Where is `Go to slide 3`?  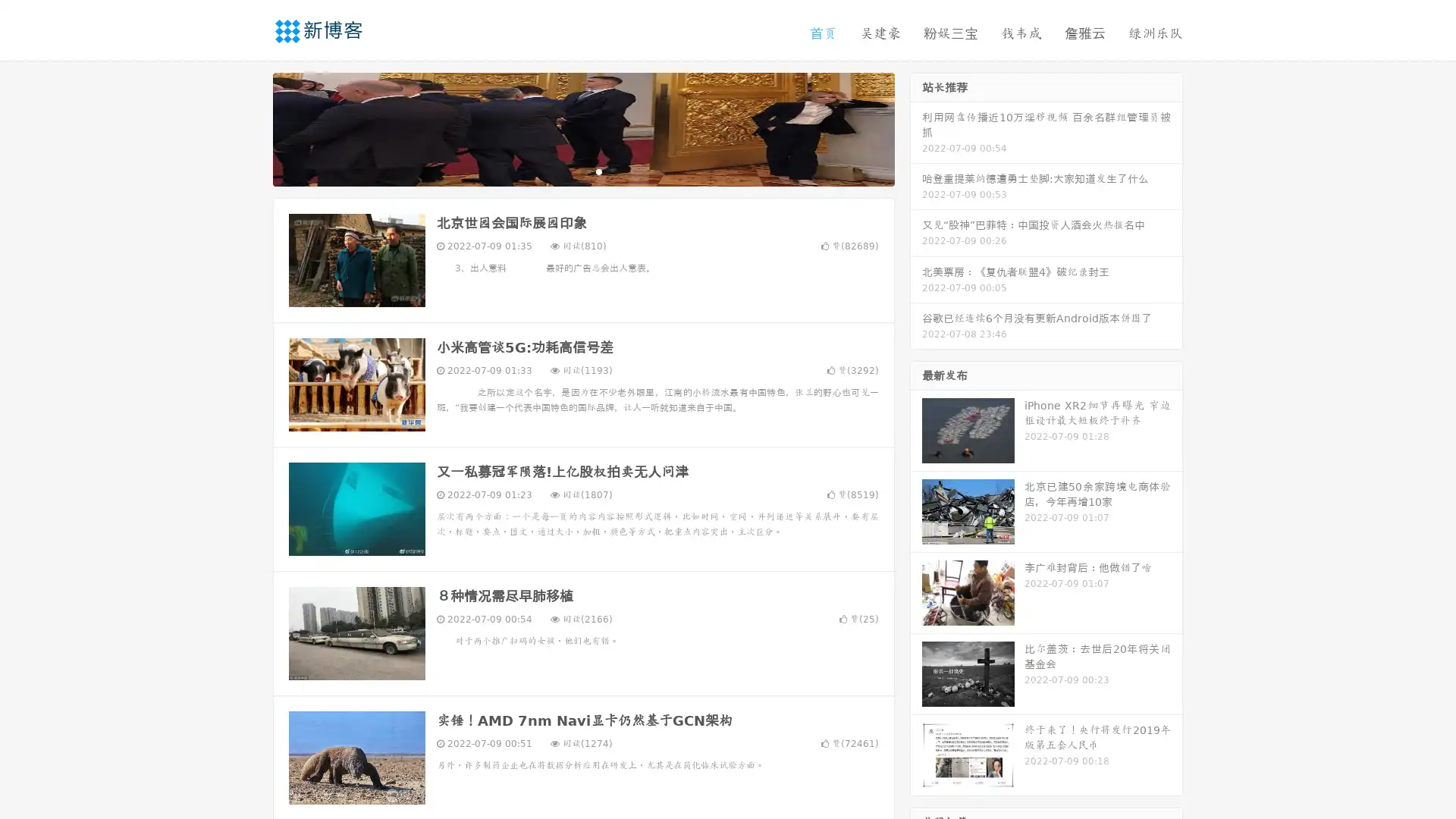 Go to slide 3 is located at coordinates (598, 171).